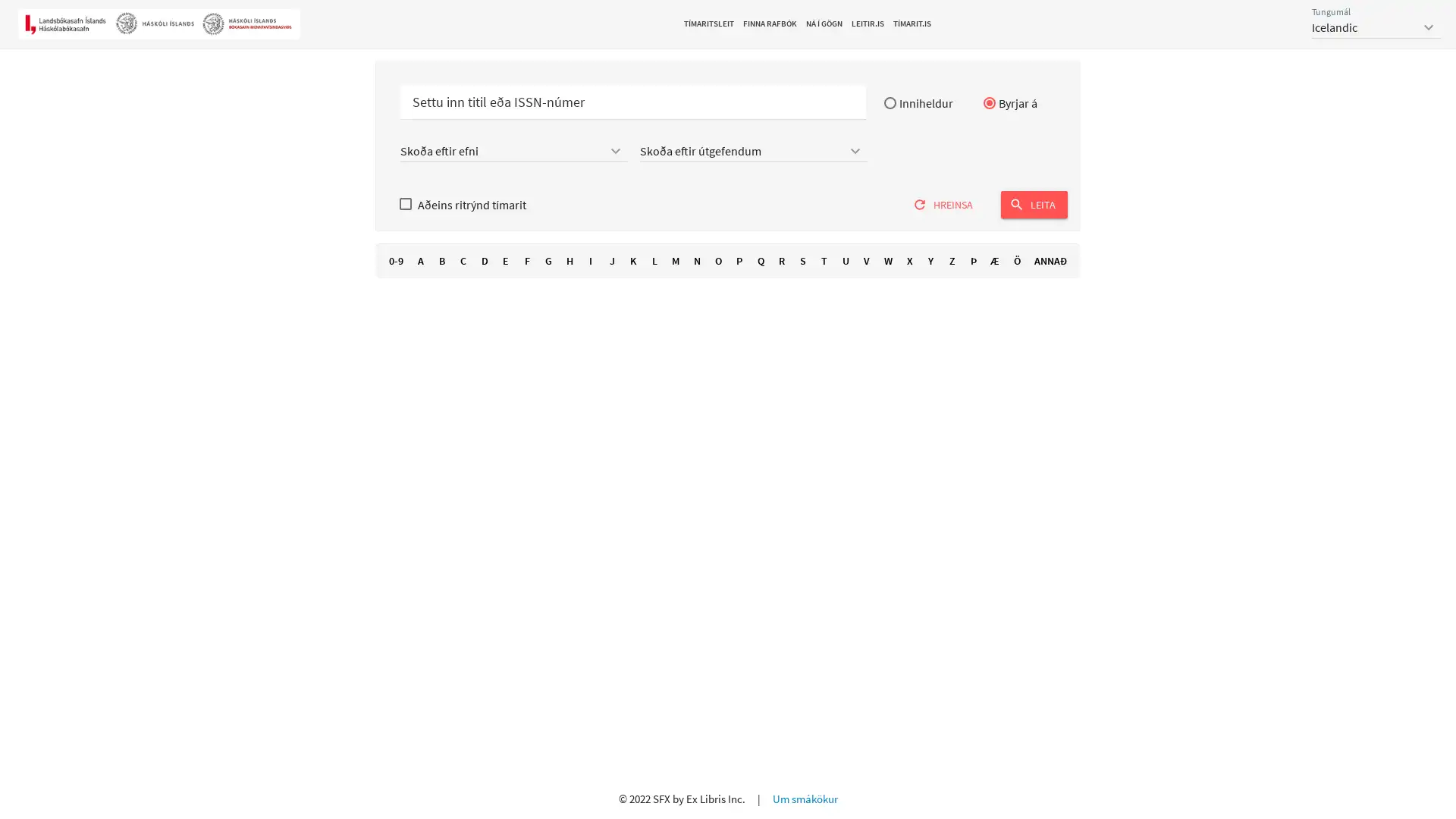 The width and height of the screenshot is (1456, 819). I want to click on R, so click(782, 259).